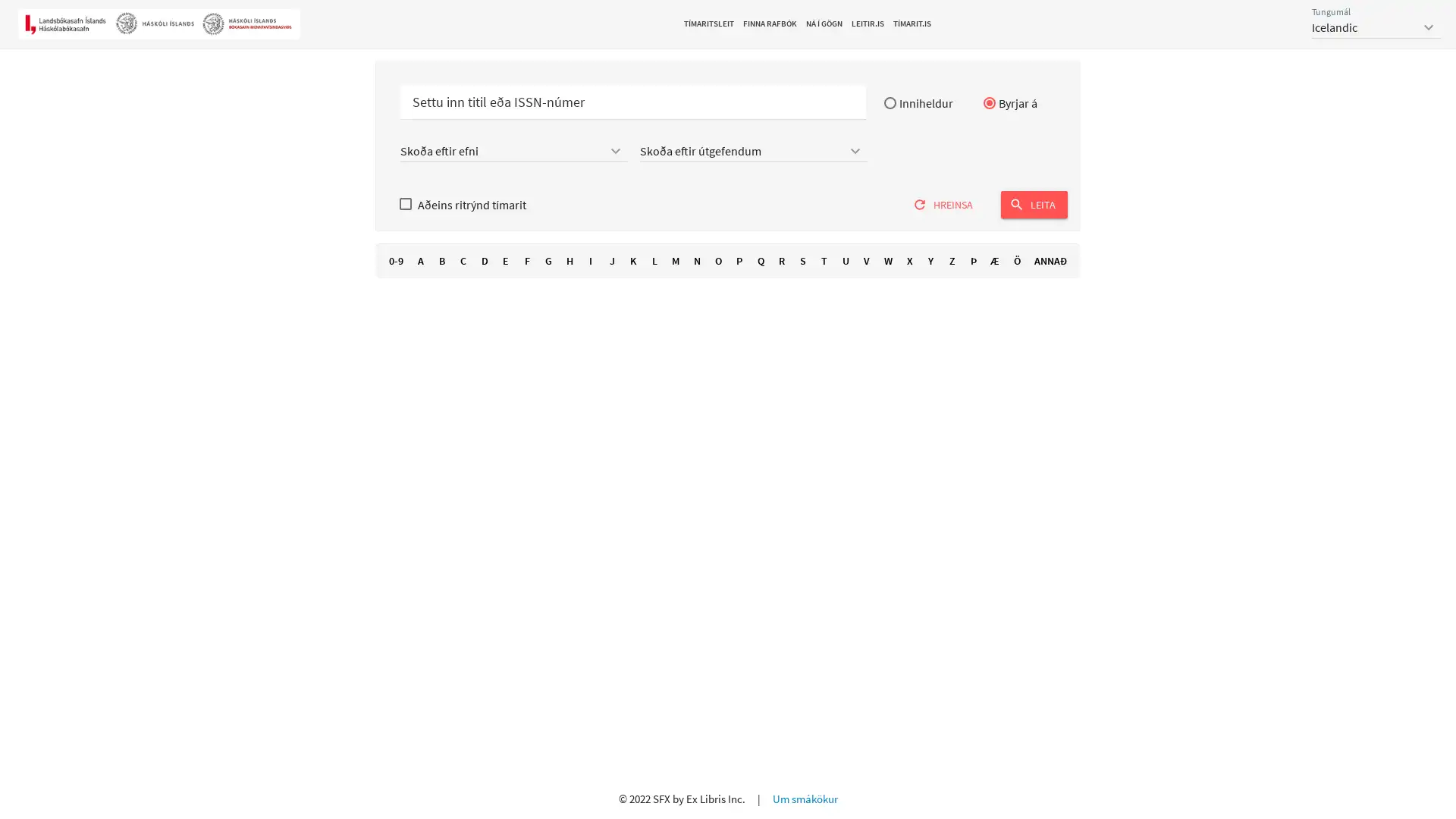 The width and height of the screenshot is (1456, 819). I want to click on R, so click(782, 259).